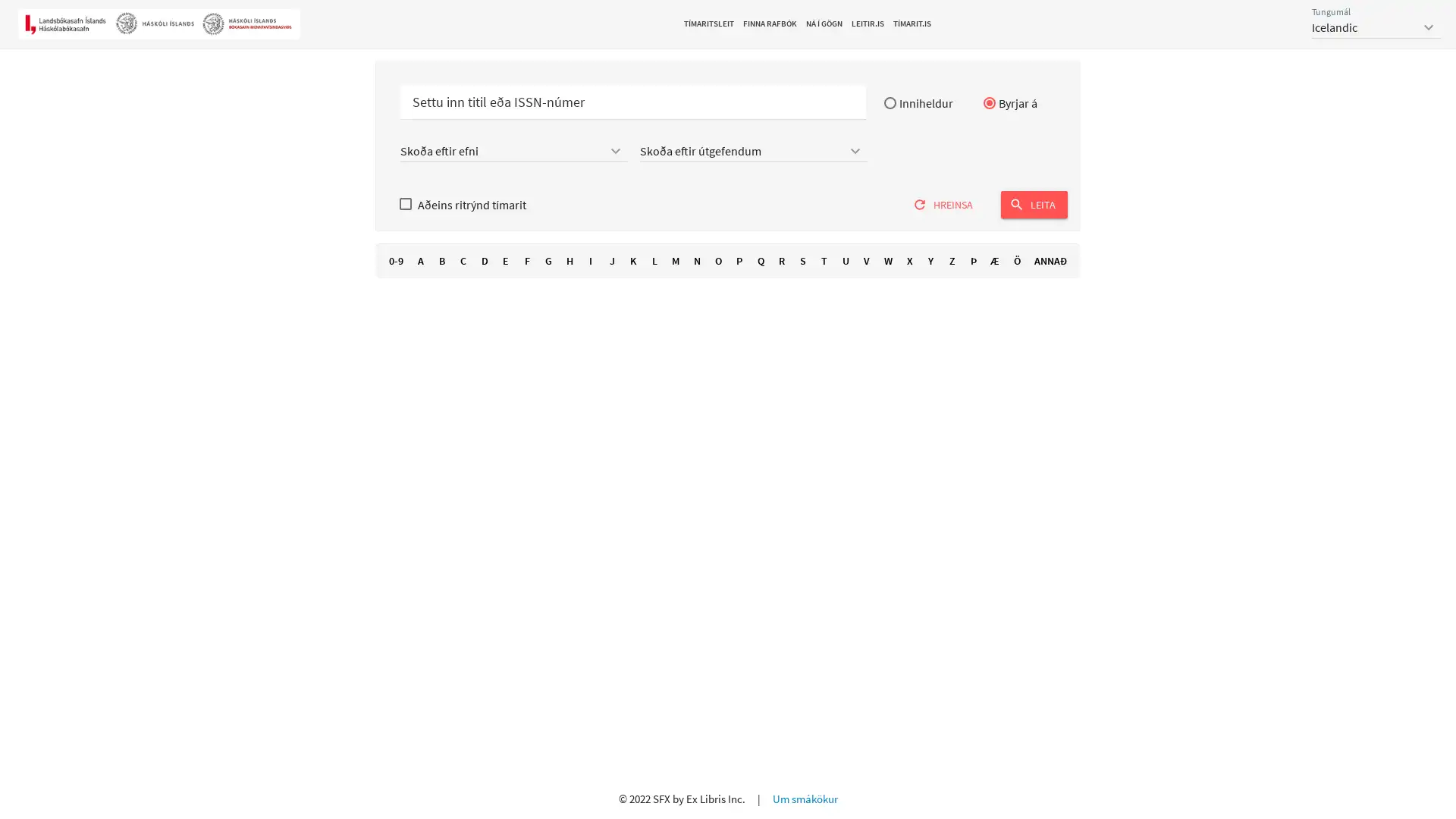 The width and height of the screenshot is (1456, 819). I want to click on R, so click(782, 259).